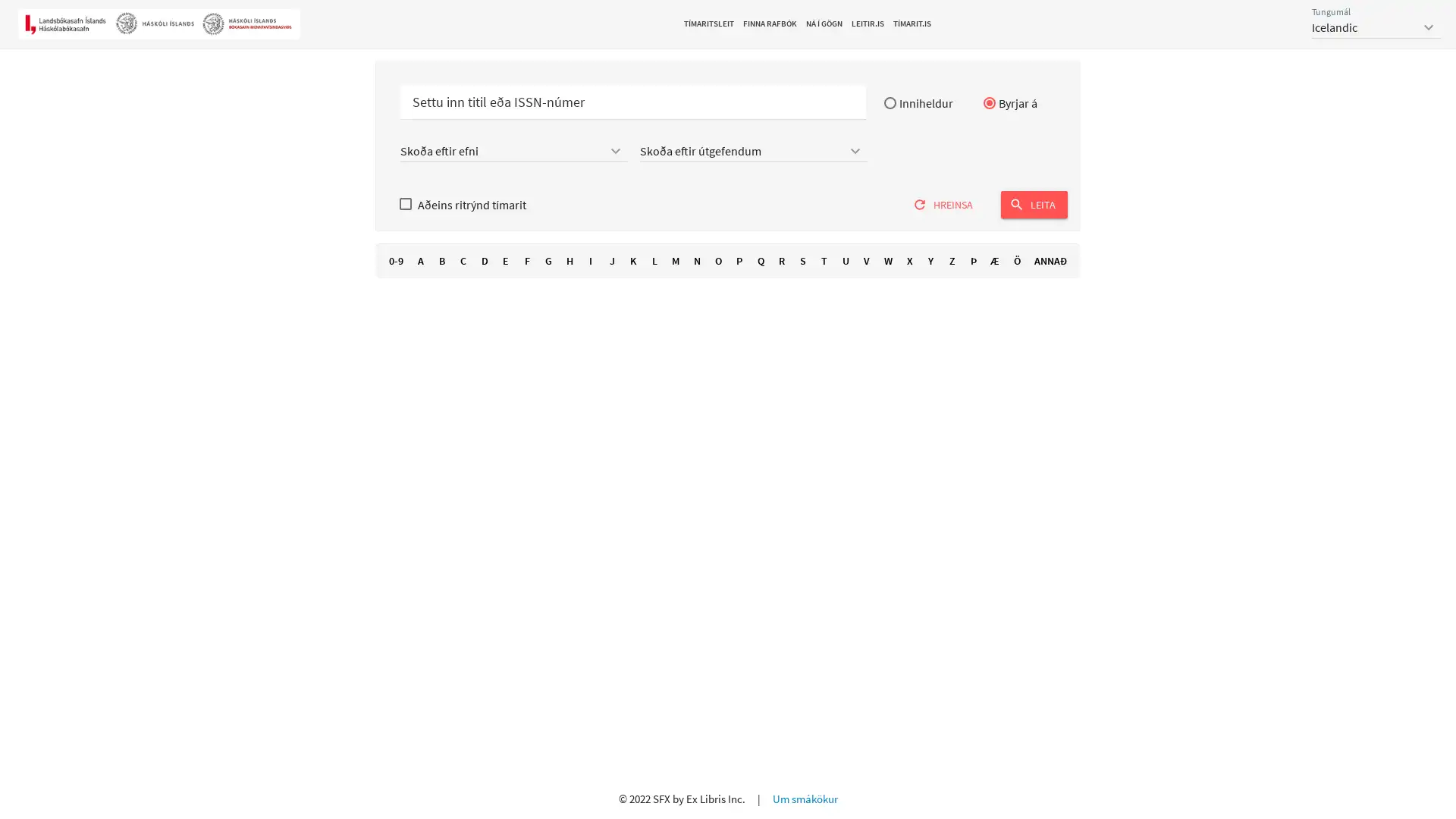 The width and height of the screenshot is (1456, 819). I want to click on R, so click(782, 259).